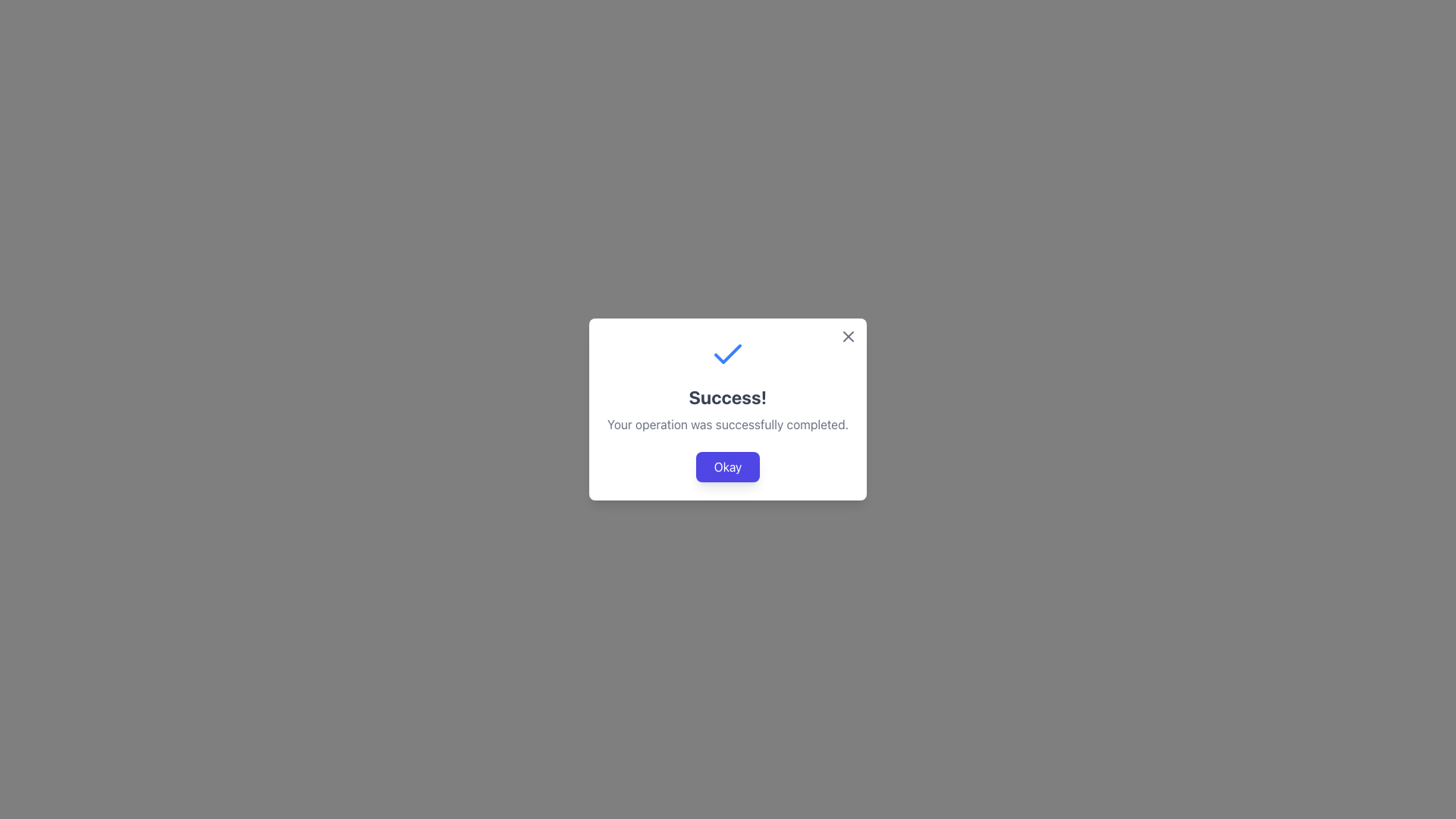 The image size is (1456, 819). I want to click on the vibrant blue checkmark icon located at the center-top of the modal dialog box, so click(728, 354).